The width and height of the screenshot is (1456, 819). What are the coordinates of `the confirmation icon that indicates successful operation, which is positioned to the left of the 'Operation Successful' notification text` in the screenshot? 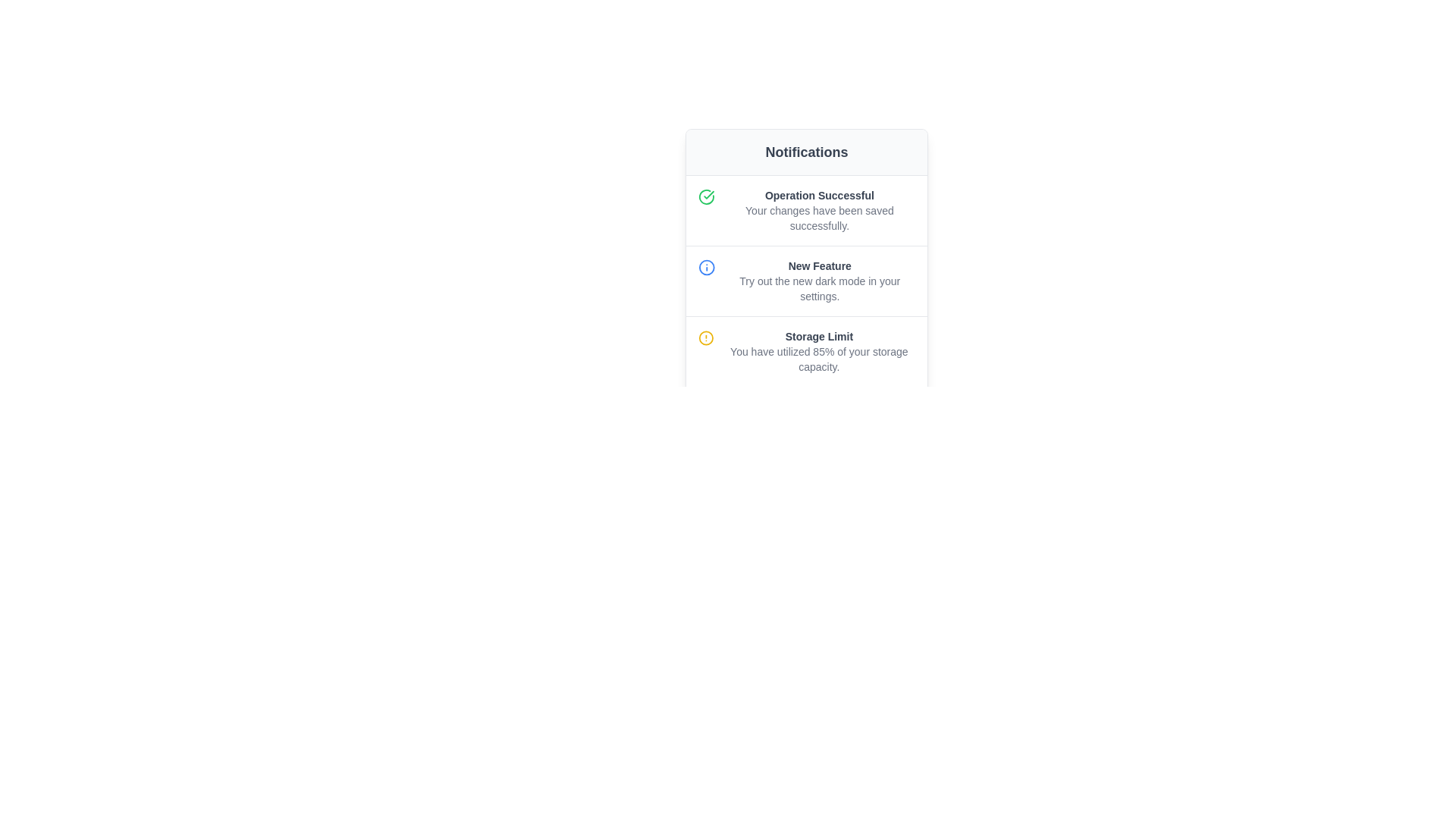 It's located at (708, 194).